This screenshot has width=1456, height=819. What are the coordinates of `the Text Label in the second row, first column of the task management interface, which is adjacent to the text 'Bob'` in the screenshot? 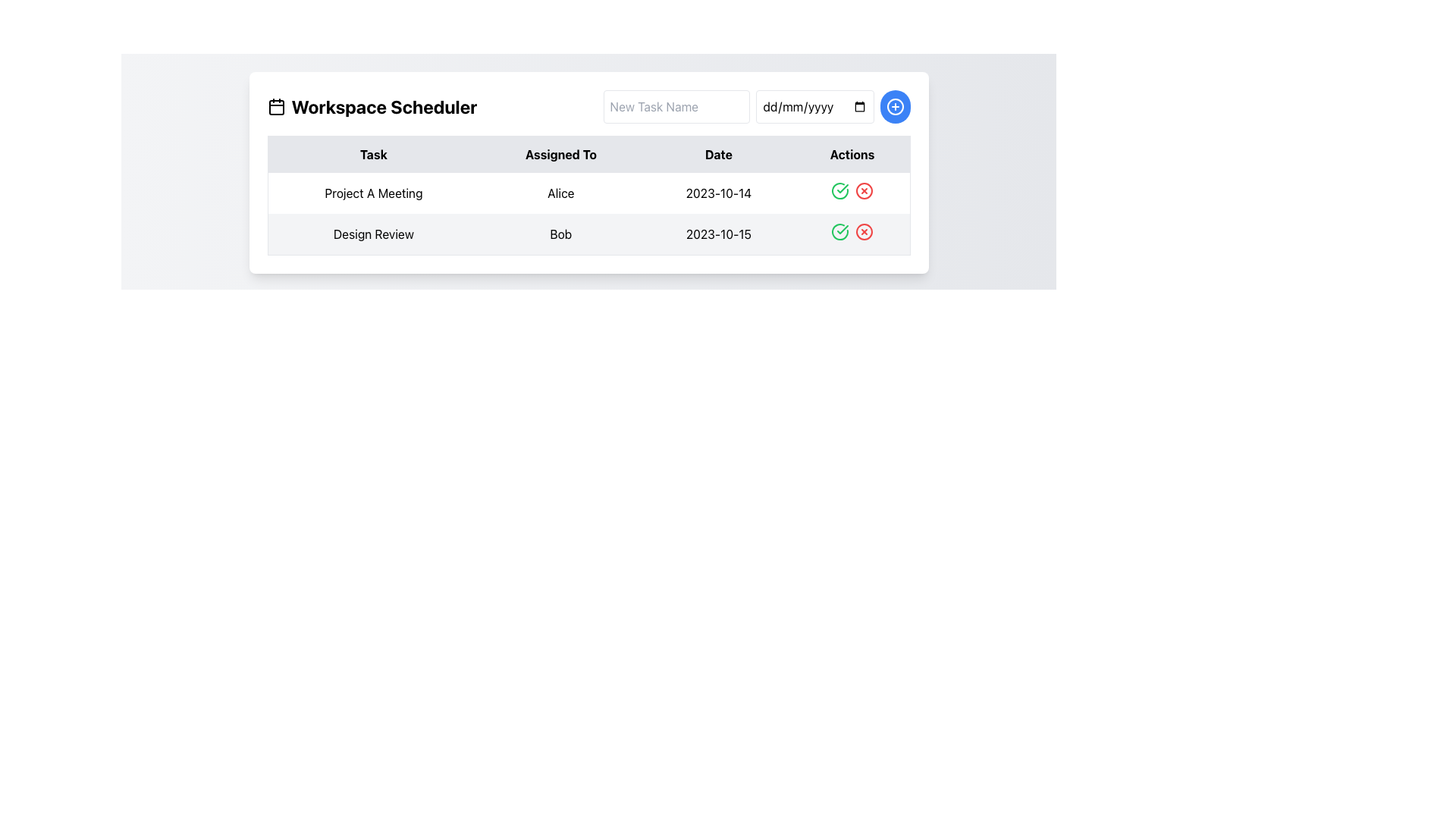 It's located at (373, 234).